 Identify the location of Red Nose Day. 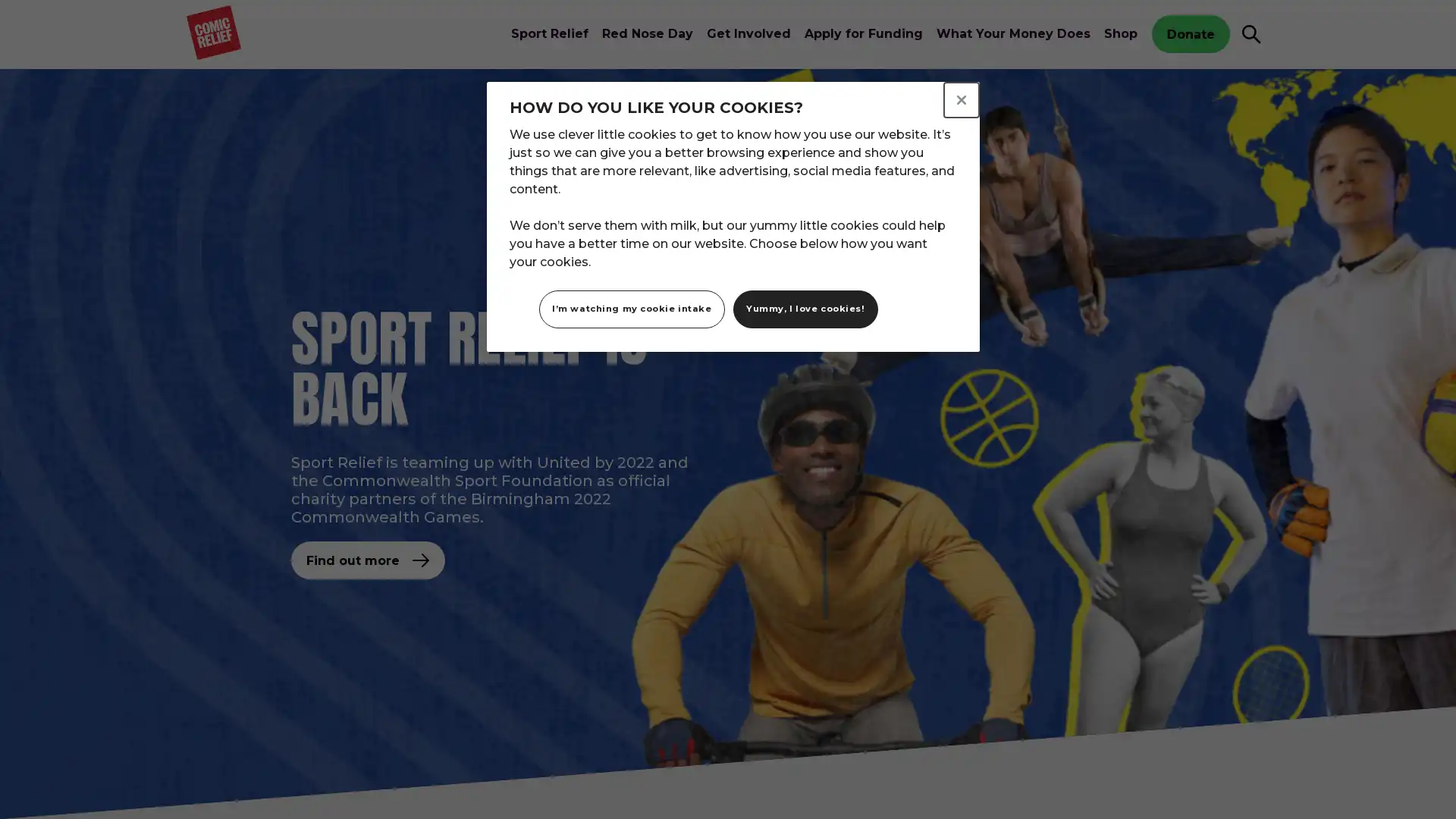
(648, 34).